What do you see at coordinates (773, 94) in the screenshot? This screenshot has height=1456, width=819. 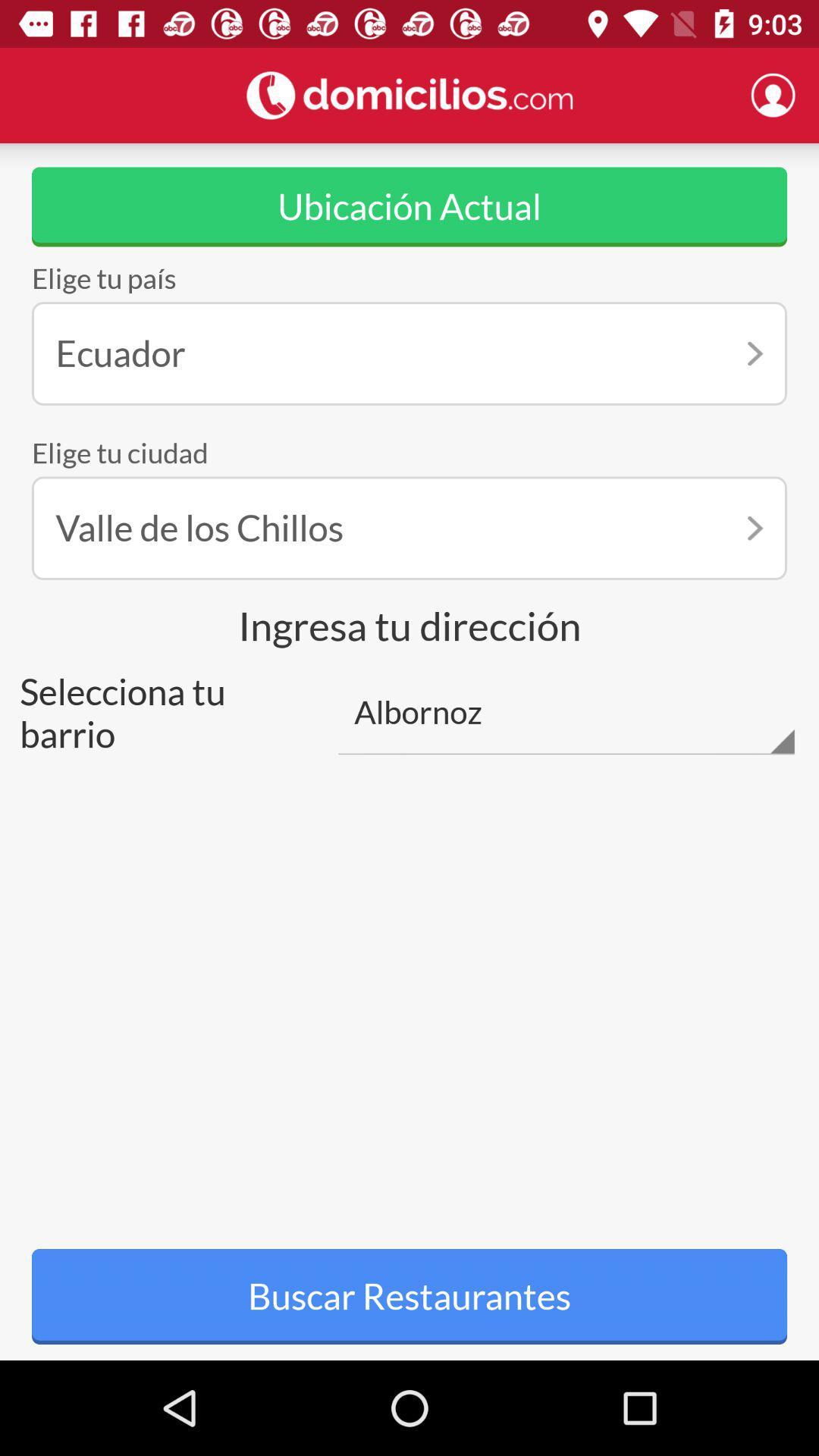 I see `profile` at bounding box center [773, 94].